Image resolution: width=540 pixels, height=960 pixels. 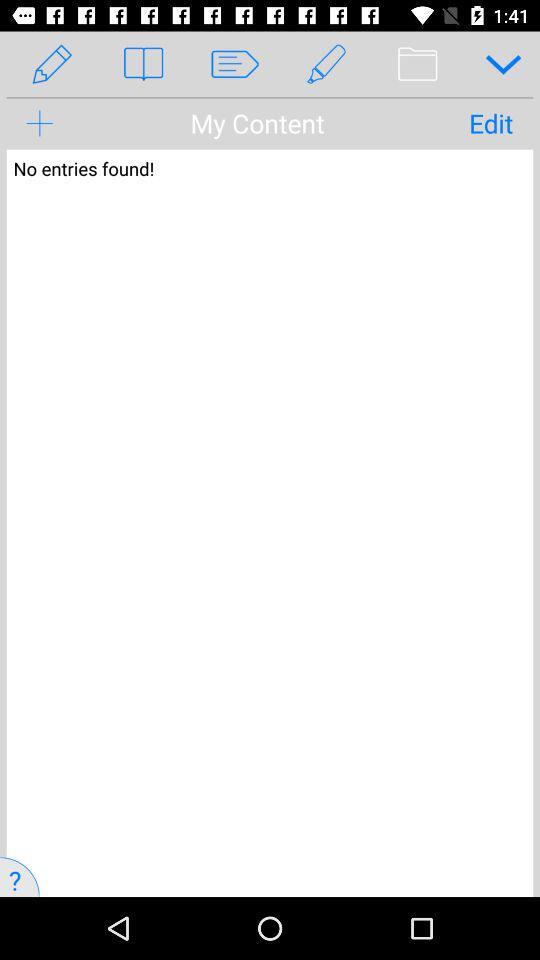 What do you see at coordinates (142, 64) in the screenshot?
I see `the book icon` at bounding box center [142, 64].